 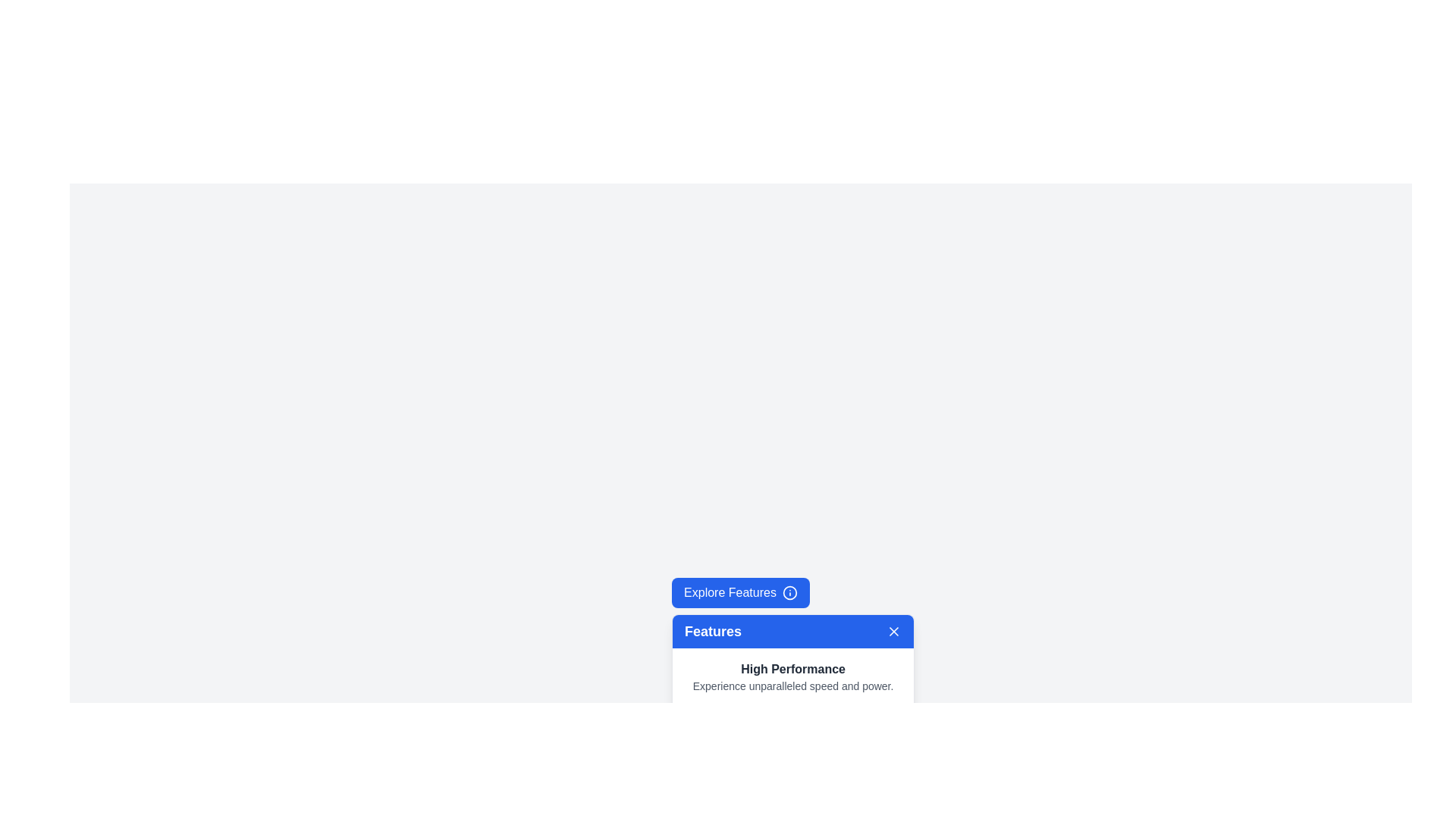 I want to click on the information icon represented as a thin-bordered circle with a lowercase 'i' inside, located near the right side of the 'Explore Features' button text, so click(x=789, y=592).